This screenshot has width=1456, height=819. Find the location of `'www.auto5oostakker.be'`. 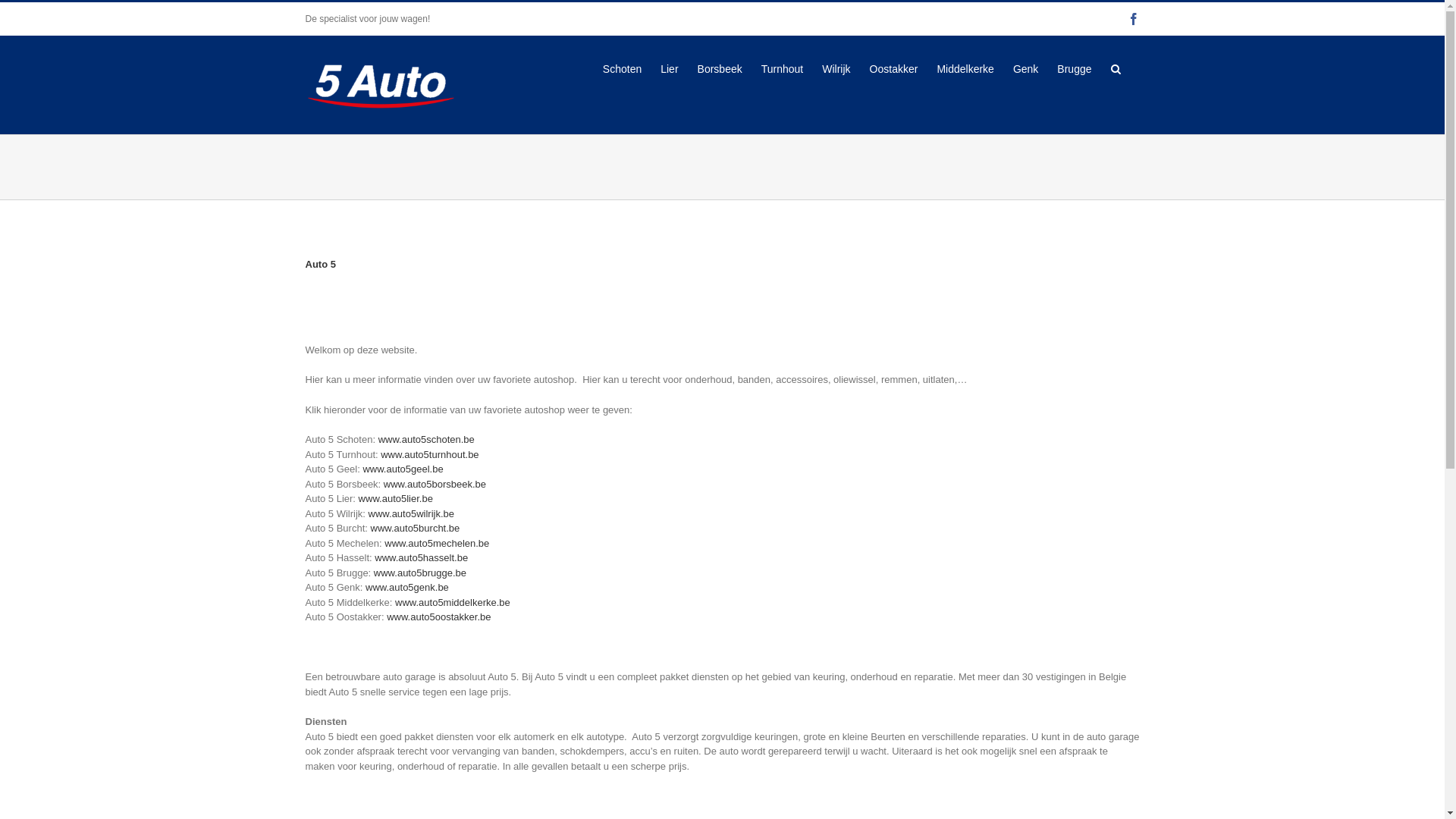

'www.auto5oostakker.be' is located at coordinates (438, 617).